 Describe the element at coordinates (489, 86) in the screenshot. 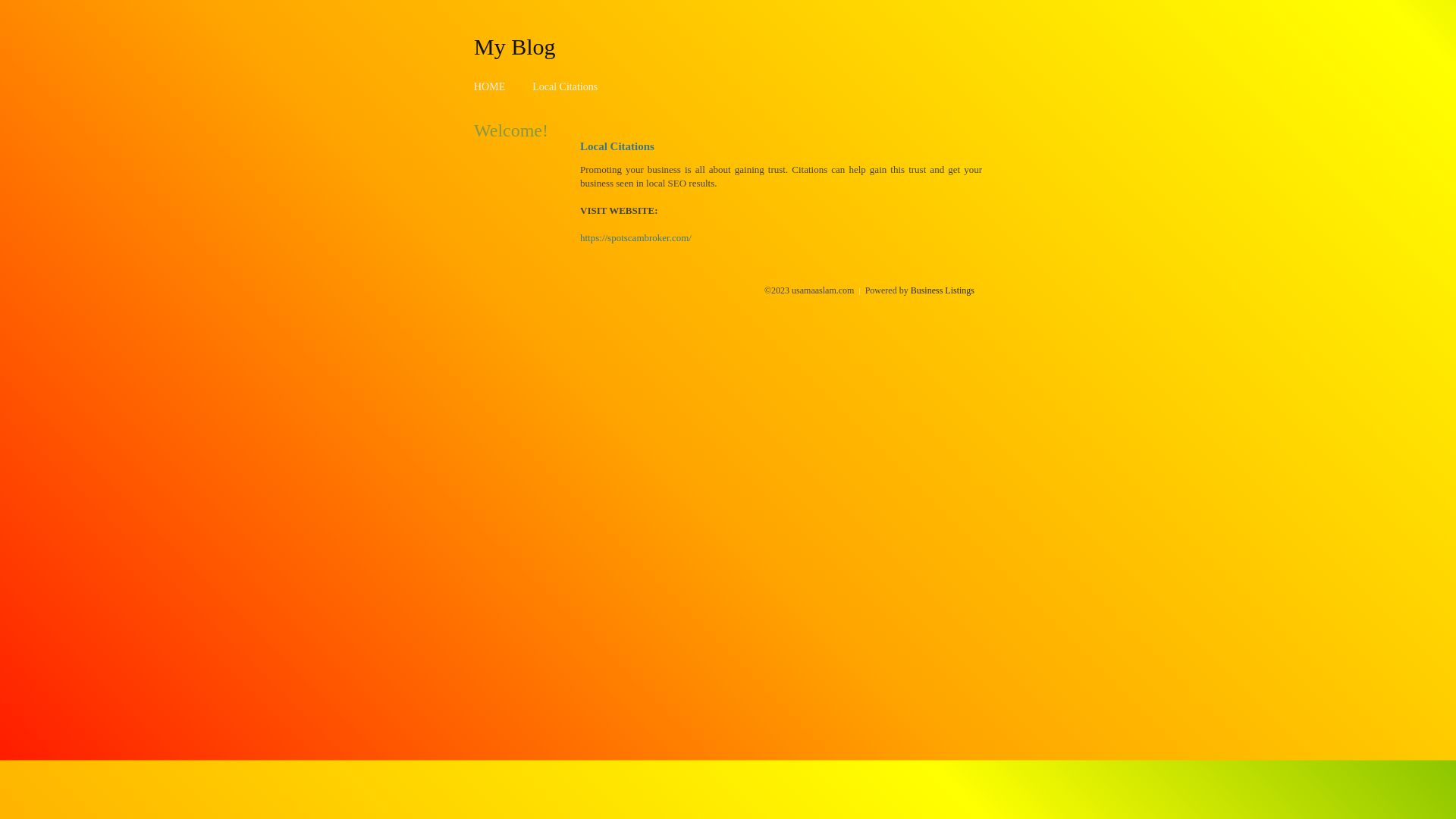

I see `'HOME'` at that location.